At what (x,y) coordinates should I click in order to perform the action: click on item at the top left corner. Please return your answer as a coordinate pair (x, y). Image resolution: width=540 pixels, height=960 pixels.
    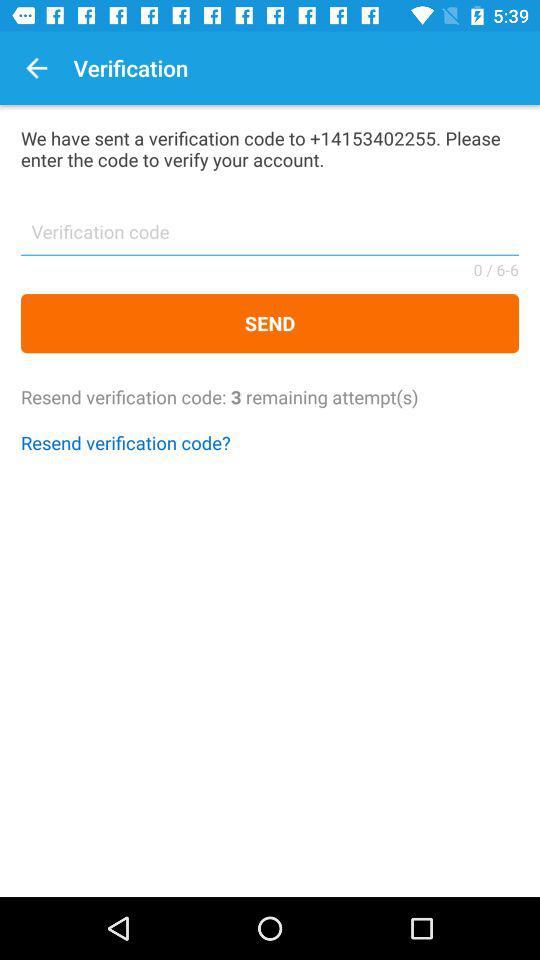
    Looking at the image, I should click on (36, 68).